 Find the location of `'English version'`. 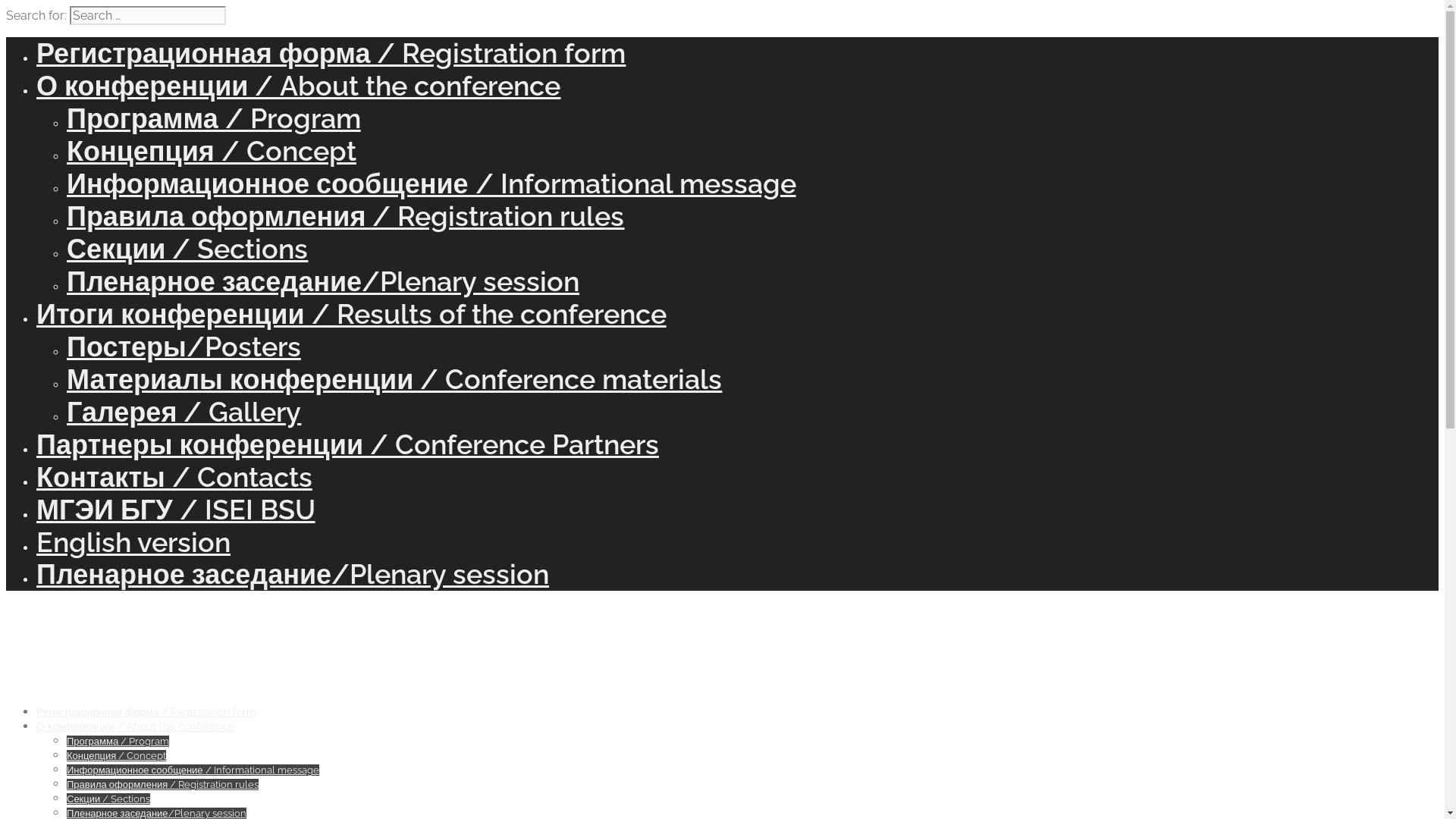

'English version' is located at coordinates (133, 541).